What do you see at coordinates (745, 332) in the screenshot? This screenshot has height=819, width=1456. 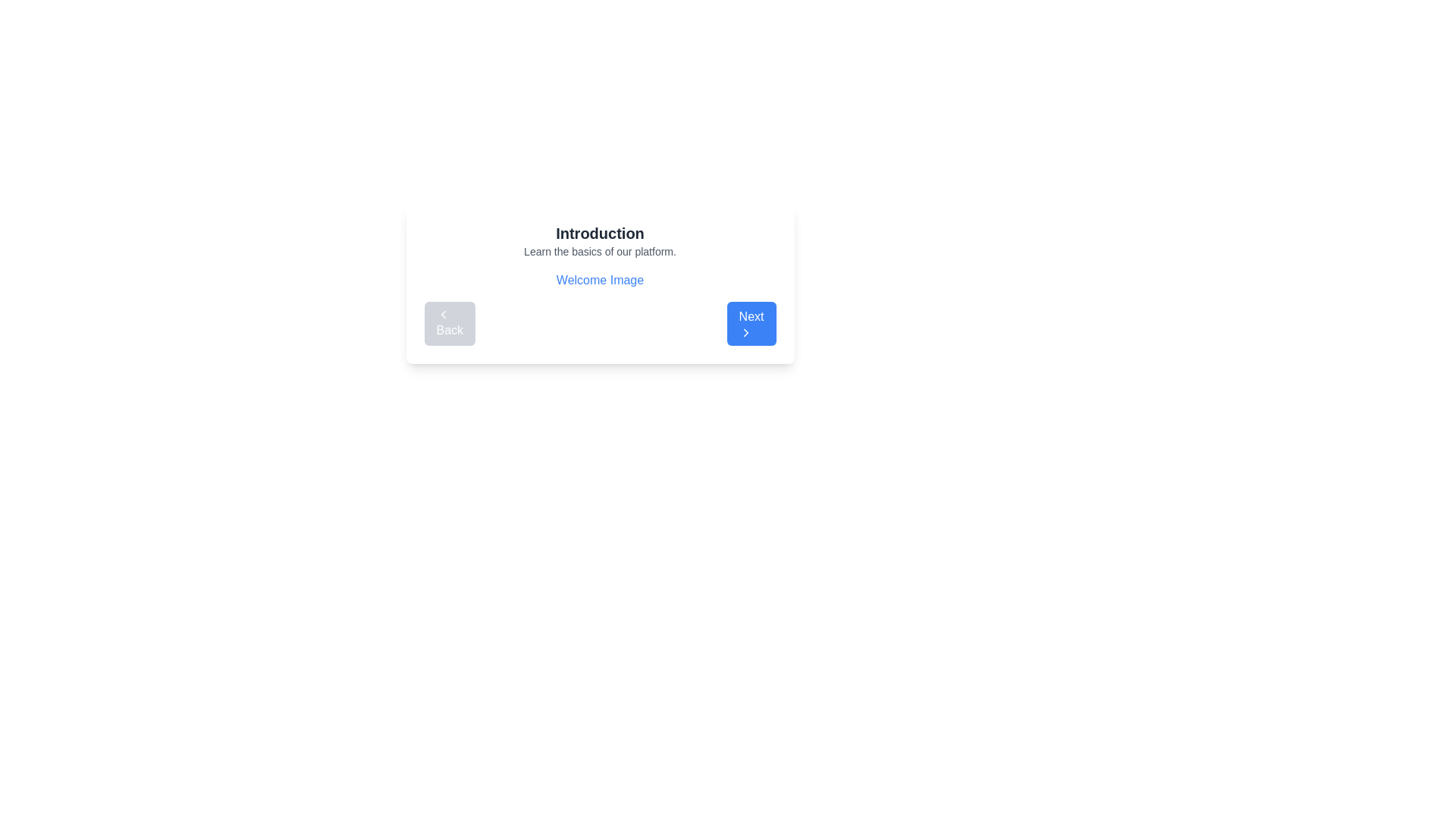 I see `the chevron icon located within the 'Next' button` at bounding box center [745, 332].